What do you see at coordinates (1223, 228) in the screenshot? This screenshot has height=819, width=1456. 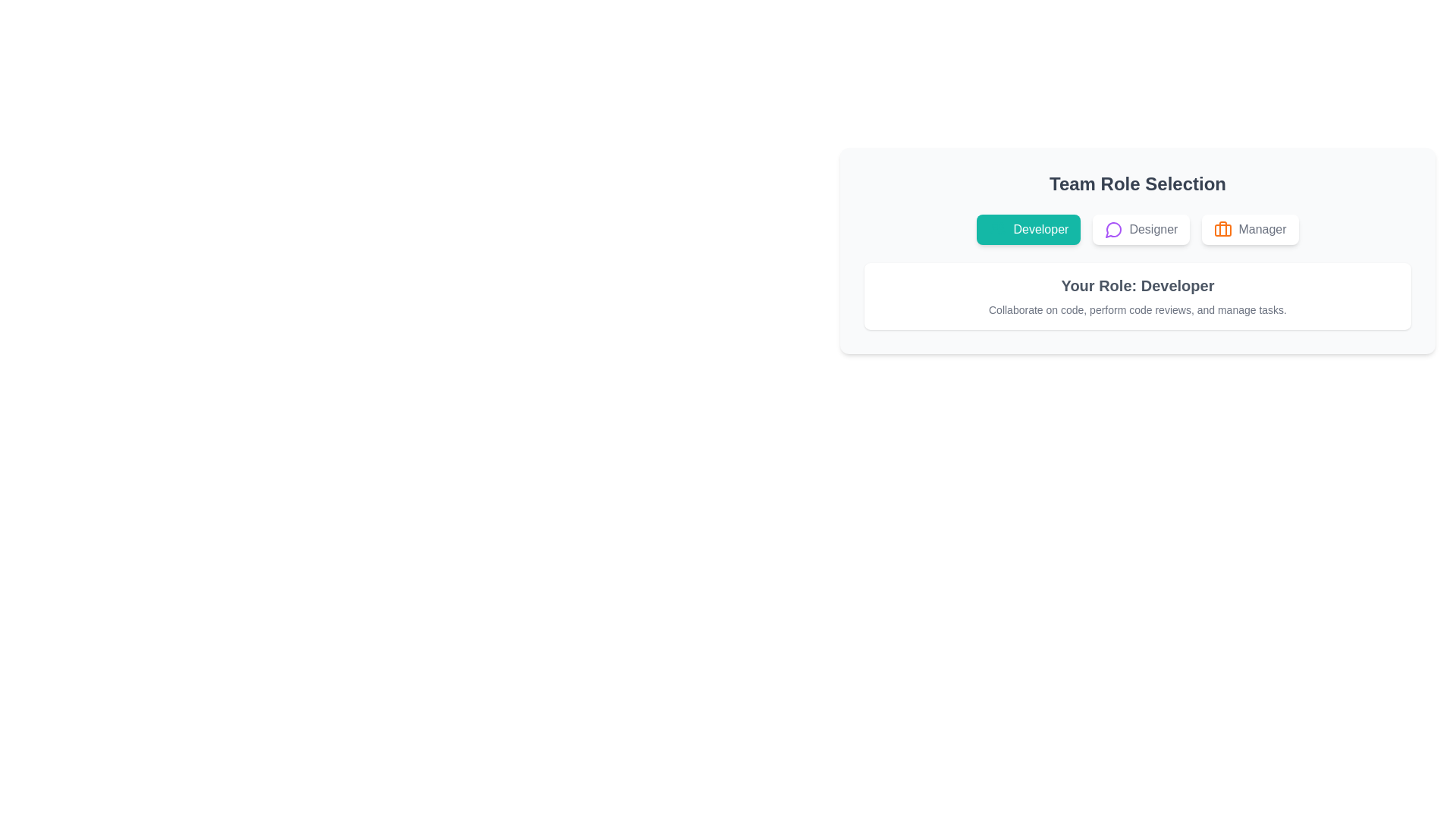 I see `vertical line within the orange suitcase icon of the 'Manager' button, located to the right of the 'Developer' and 'Designer' buttons, under the 'Team Role Selection' heading` at bounding box center [1223, 228].